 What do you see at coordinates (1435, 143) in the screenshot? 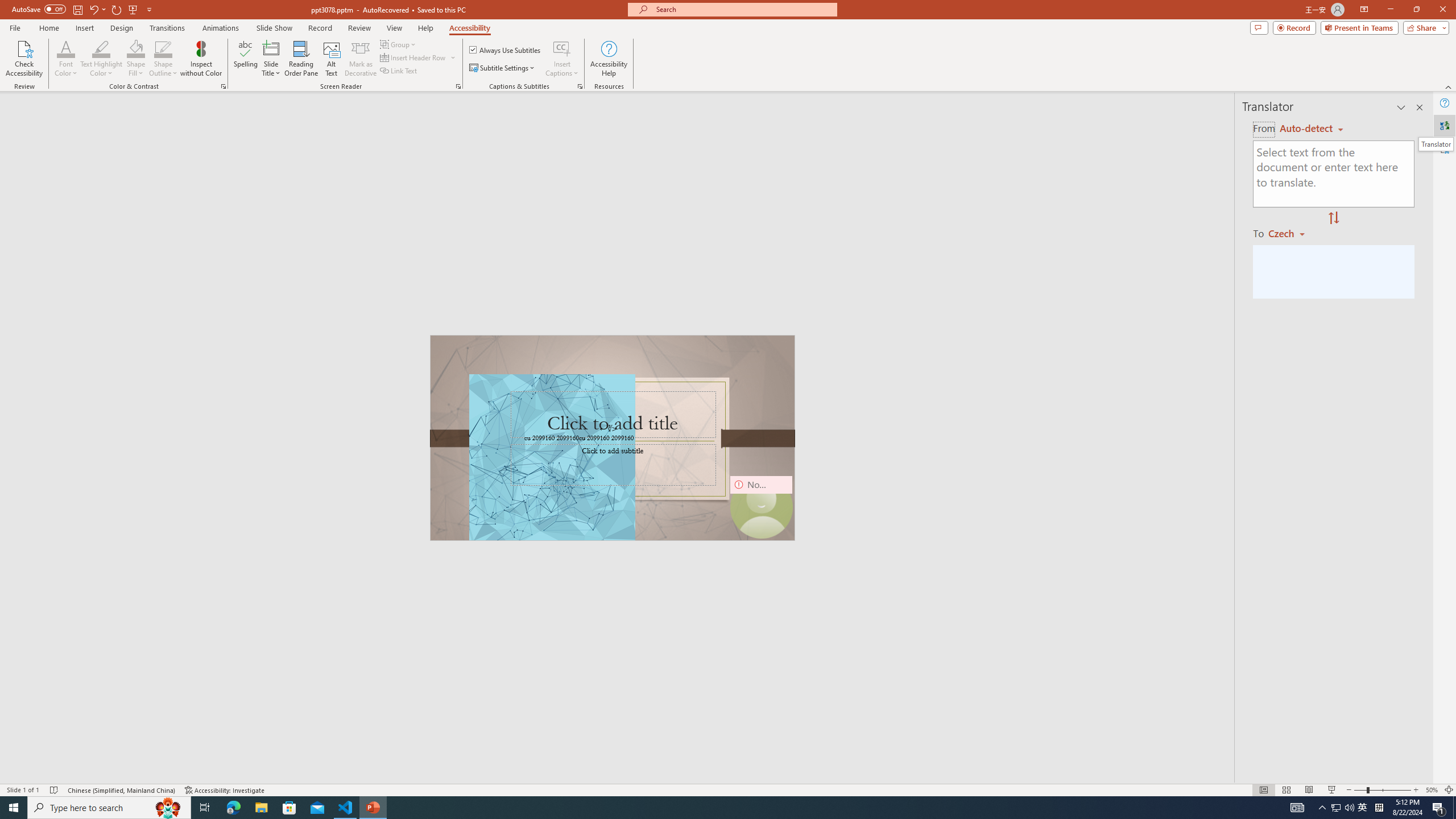
I see `'Translator'` at bounding box center [1435, 143].